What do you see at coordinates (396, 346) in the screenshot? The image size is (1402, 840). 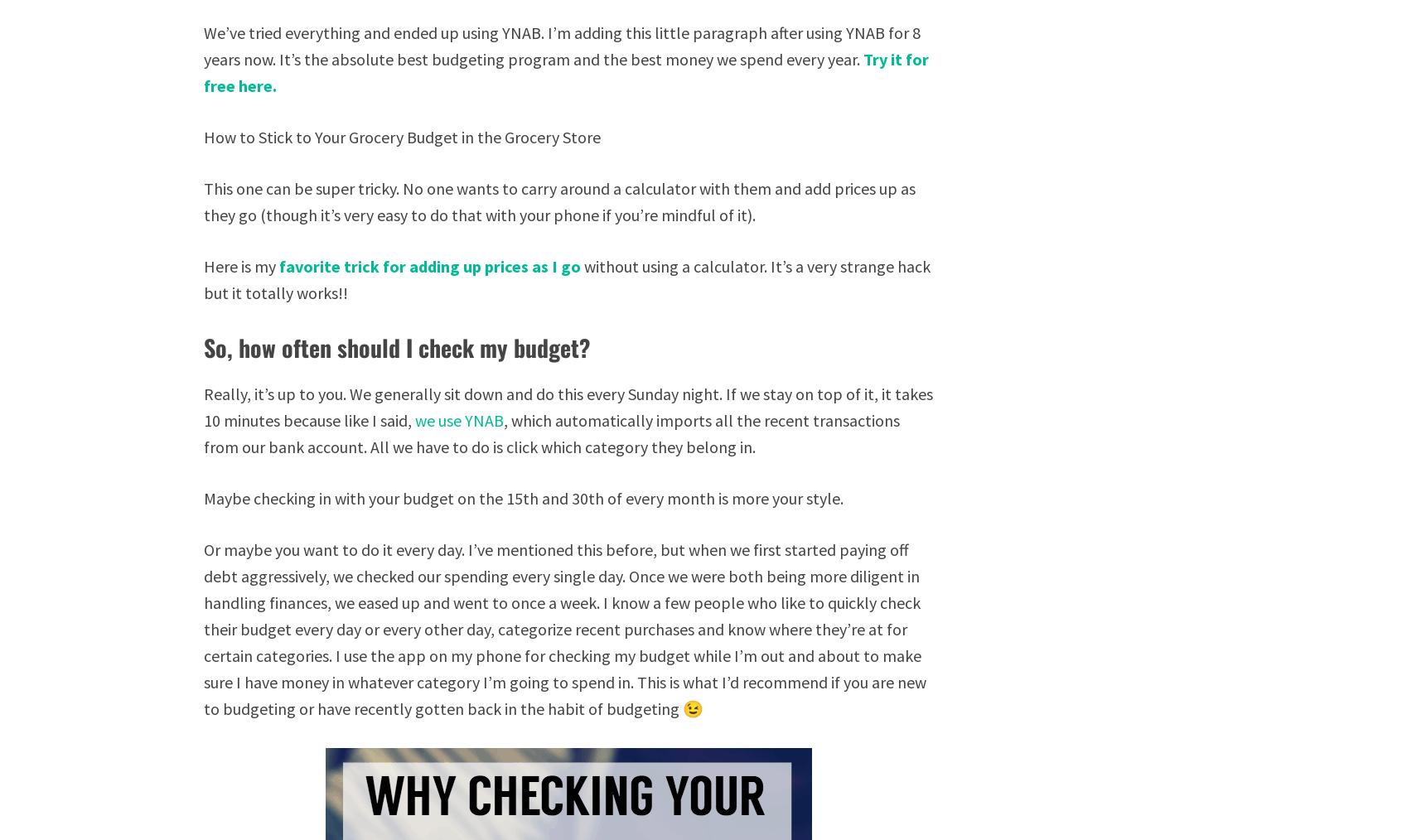 I see `'So, how often should I check my budget?'` at bounding box center [396, 346].